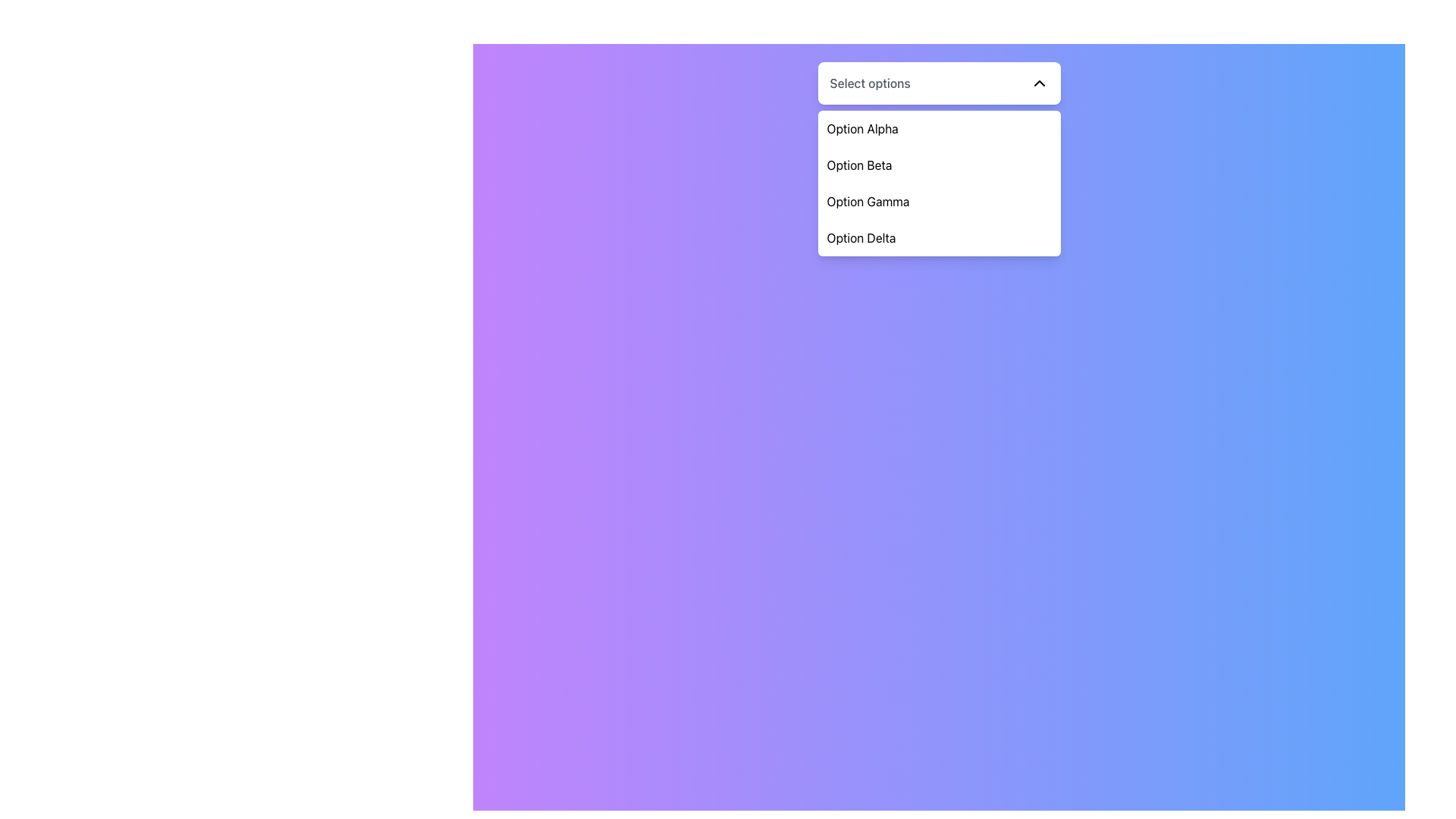 The image size is (1456, 819). I want to click on to select the menu item labeled 'Option Beta' in the dropdown menu, which is the second item below 'Option Alpha', so click(938, 165).